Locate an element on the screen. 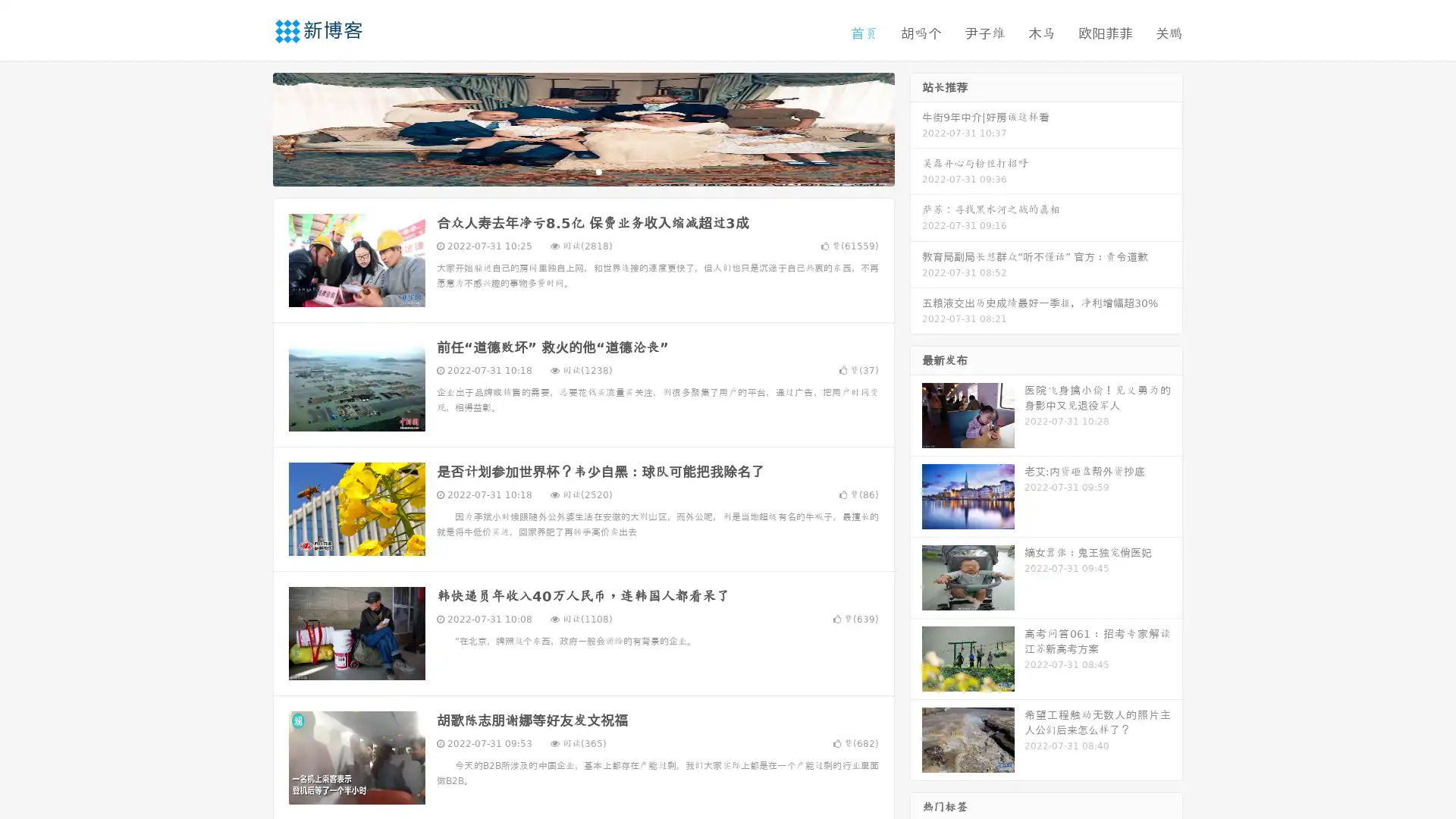 The height and width of the screenshot is (819, 1456). Go to slide 1 is located at coordinates (567, 171).